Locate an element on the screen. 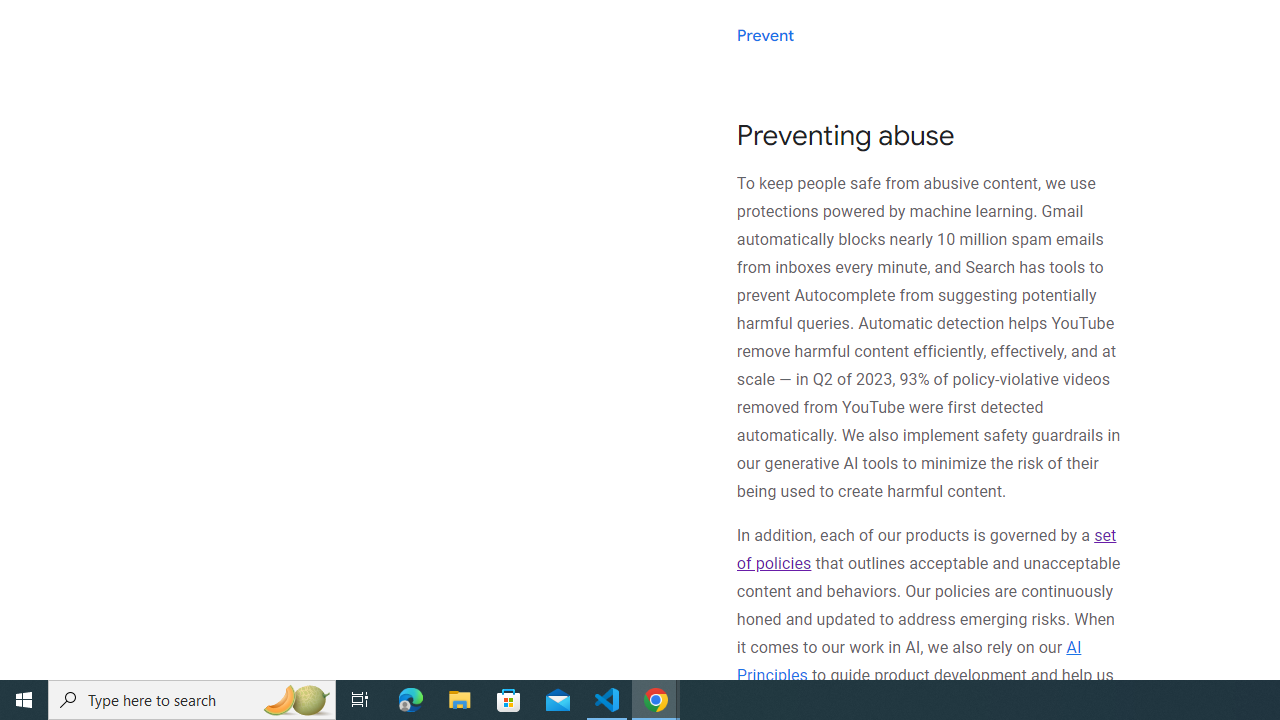  'Task View' is located at coordinates (359, 698).